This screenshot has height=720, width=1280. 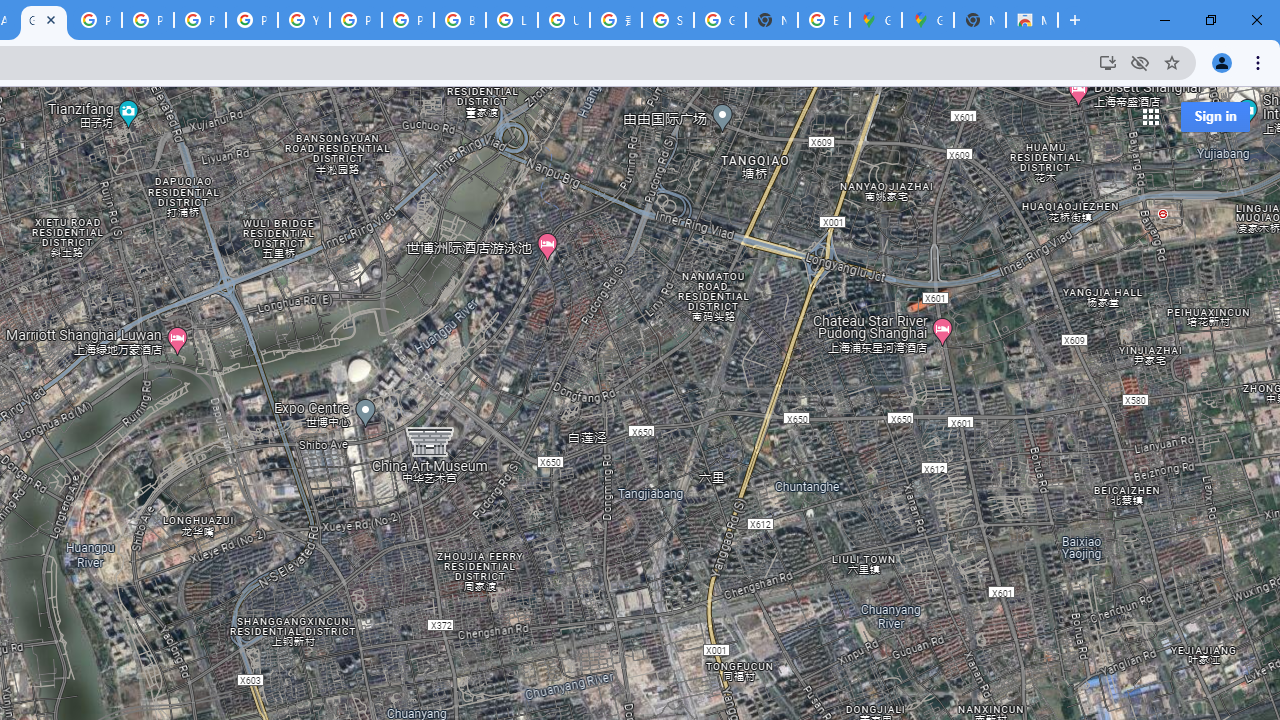 What do you see at coordinates (927, 20) in the screenshot?
I see `'Google Maps'` at bounding box center [927, 20].